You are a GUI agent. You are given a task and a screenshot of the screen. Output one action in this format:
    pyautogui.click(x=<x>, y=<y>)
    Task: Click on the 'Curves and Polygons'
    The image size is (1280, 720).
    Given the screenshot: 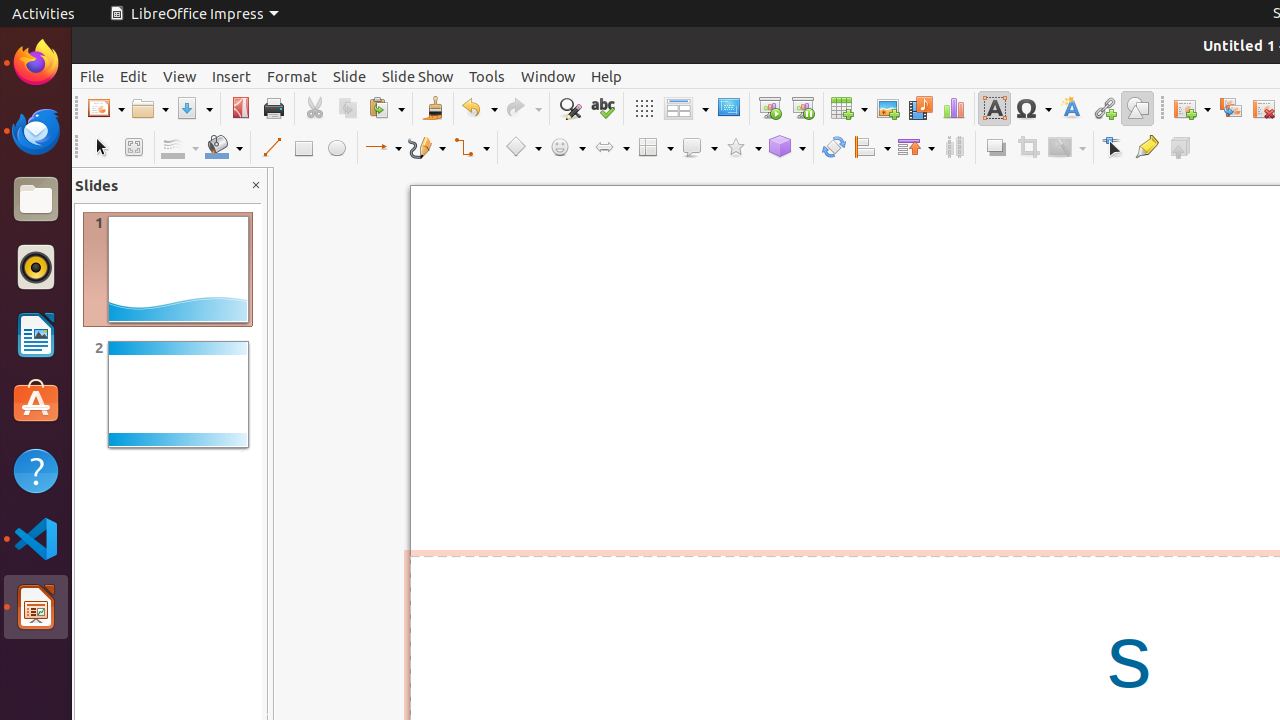 What is the action you would take?
    pyautogui.click(x=426, y=146)
    